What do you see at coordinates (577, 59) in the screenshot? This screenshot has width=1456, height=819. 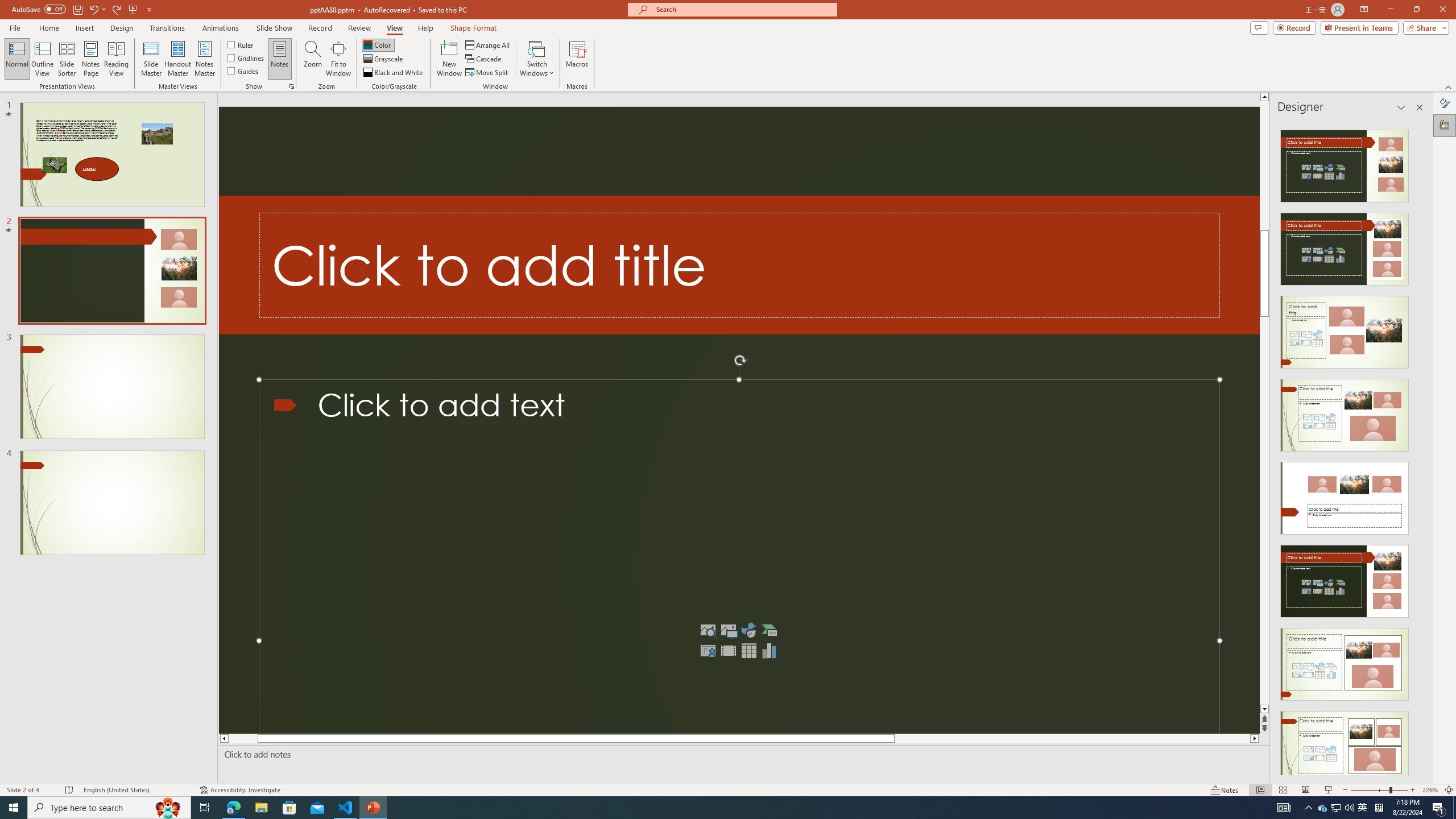 I see `'Macros'` at bounding box center [577, 59].